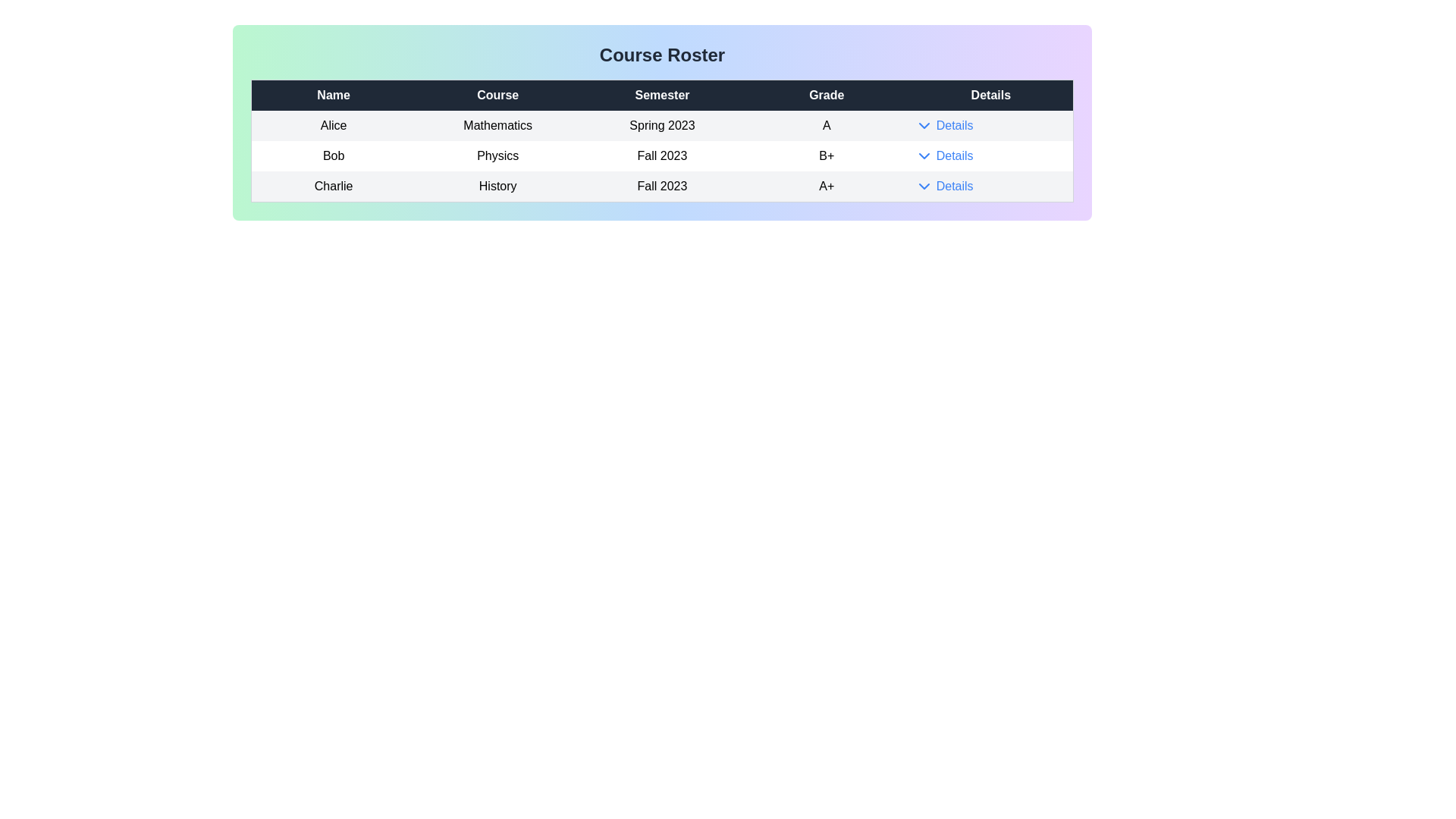 Image resolution: width=1456 pixels, height=819 pixels. What do you see at coordinates (991, 95) in the screenshot?
I see `the 'Details' column header cell, which is the fifth column header in the table layout, positioned immediately to the right of the 'Grade' header` at bounding box center [991, 95].